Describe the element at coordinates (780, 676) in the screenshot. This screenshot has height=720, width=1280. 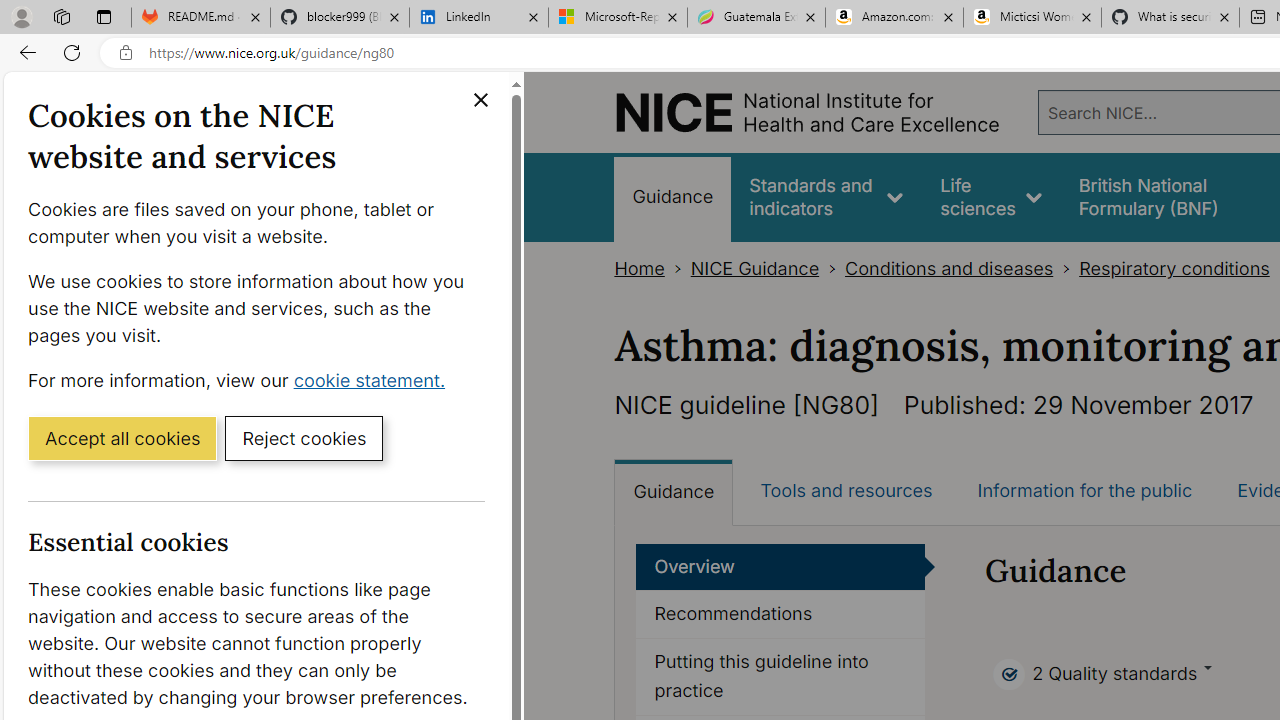
I see `'Putting this guideline into practice'` at that location.